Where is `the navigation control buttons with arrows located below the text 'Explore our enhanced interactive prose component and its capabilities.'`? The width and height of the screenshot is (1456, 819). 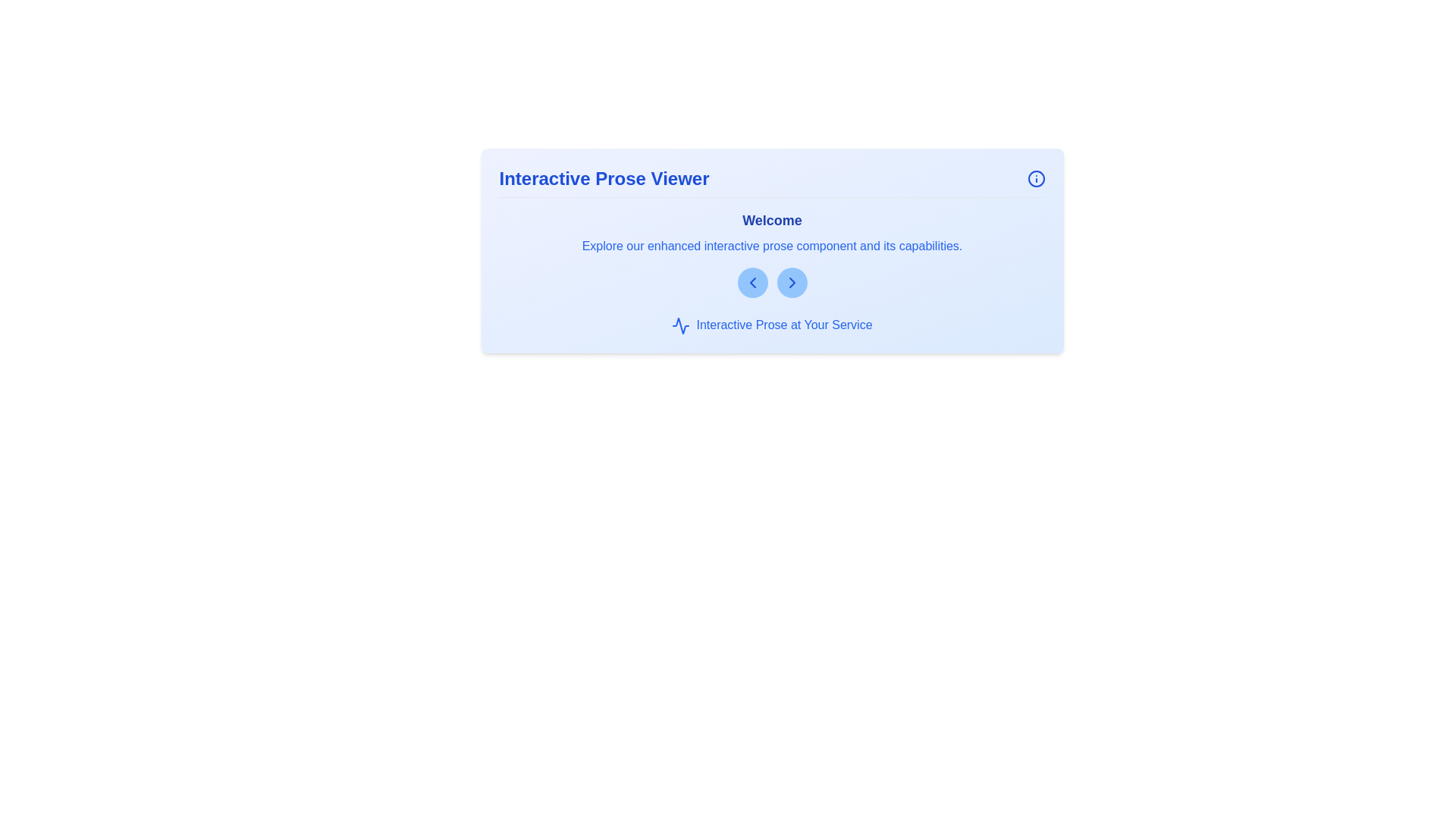 the navigation control buttons with arrows located below the text 'Explore our enhanced interactive prose component and its capabilities.' is located at coordinates (772, 283).